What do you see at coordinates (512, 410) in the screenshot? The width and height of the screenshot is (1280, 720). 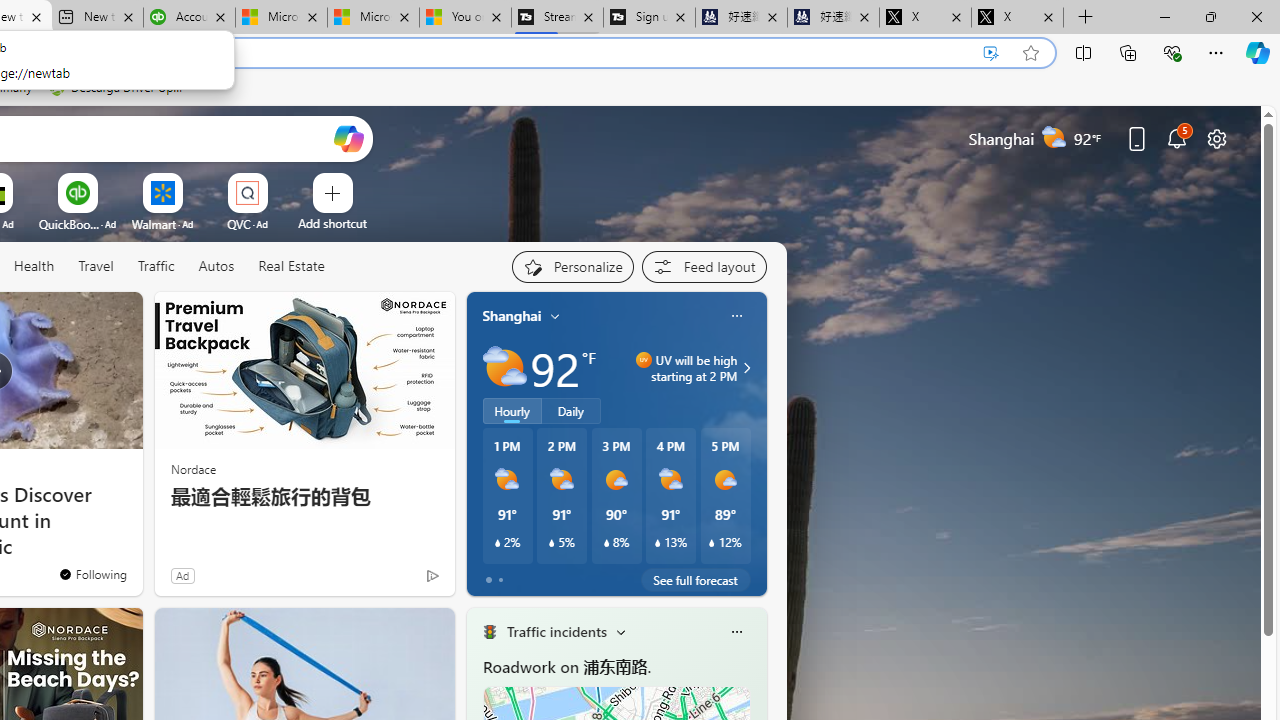 I see `'Hourly'` at bounding box center [512, 410].